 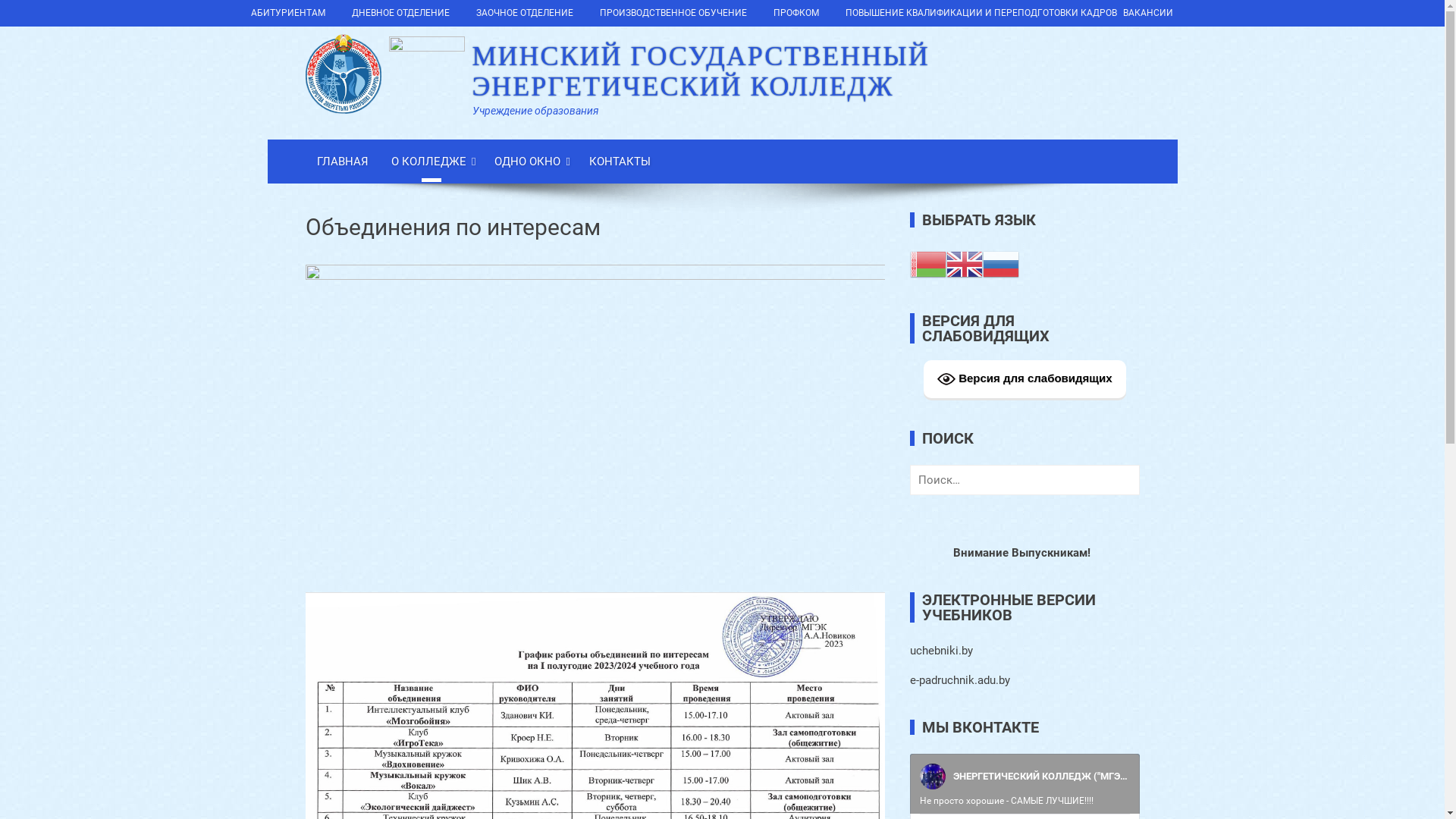 I want to click on 'Russian', so click(x=1001, y=262).